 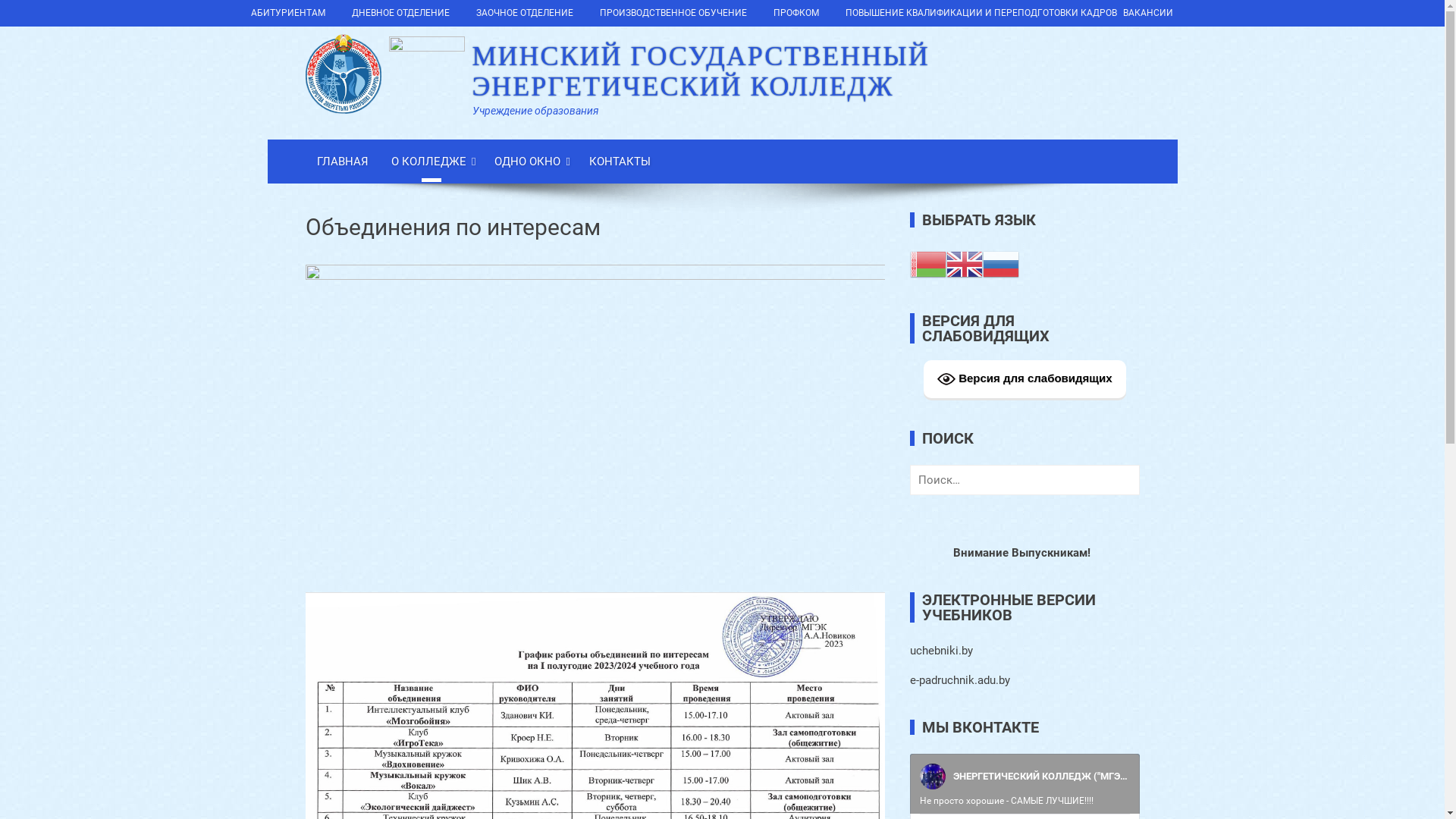 I want to click on 'Russian', so click(x=1001, y=262).